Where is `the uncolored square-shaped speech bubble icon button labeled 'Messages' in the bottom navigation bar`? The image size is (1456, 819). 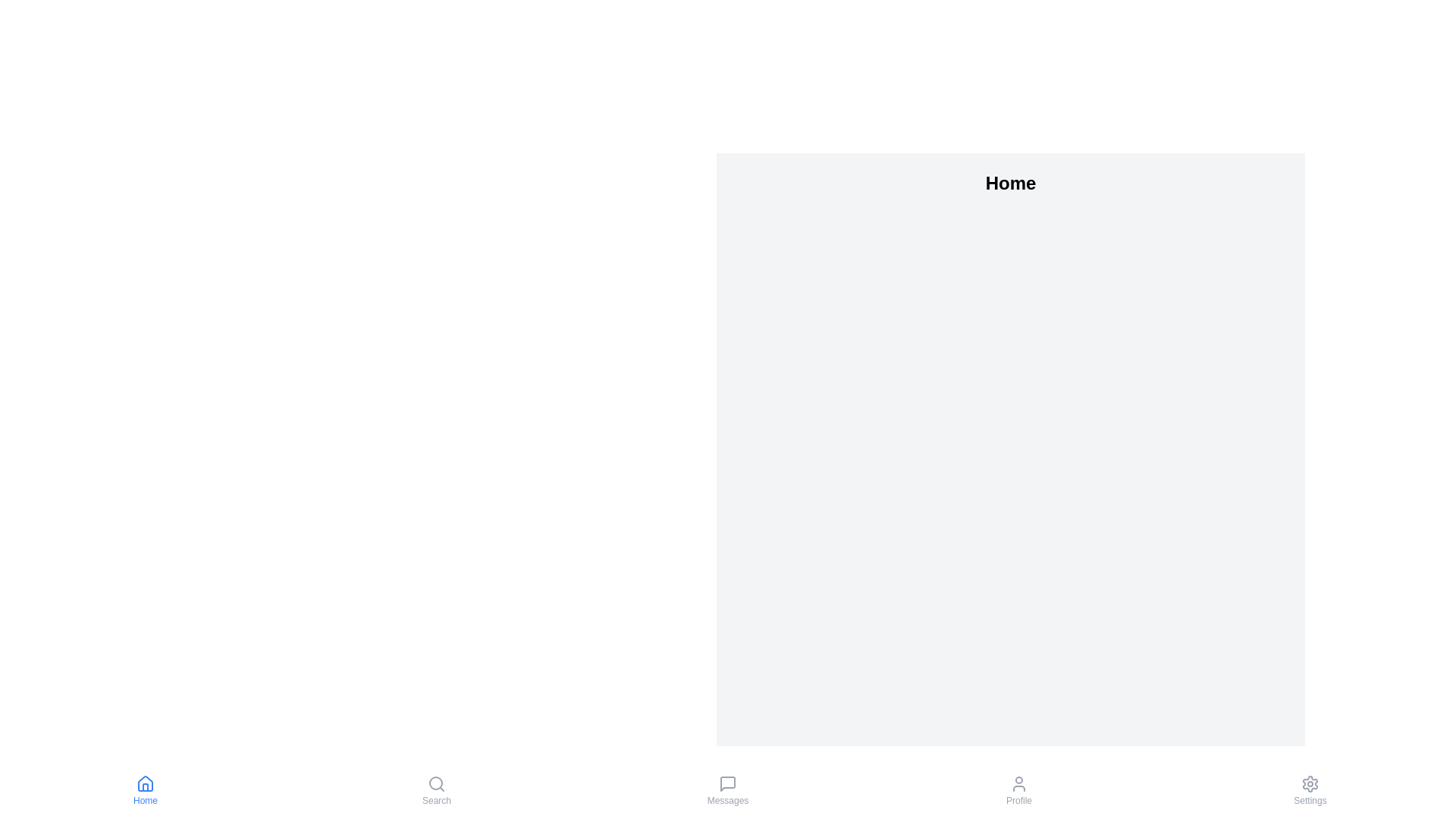 the uncolored square-shaped speech bubble icon button labeled 'Messages' in the bottom navigation bar is located at coordinates (728, 783).